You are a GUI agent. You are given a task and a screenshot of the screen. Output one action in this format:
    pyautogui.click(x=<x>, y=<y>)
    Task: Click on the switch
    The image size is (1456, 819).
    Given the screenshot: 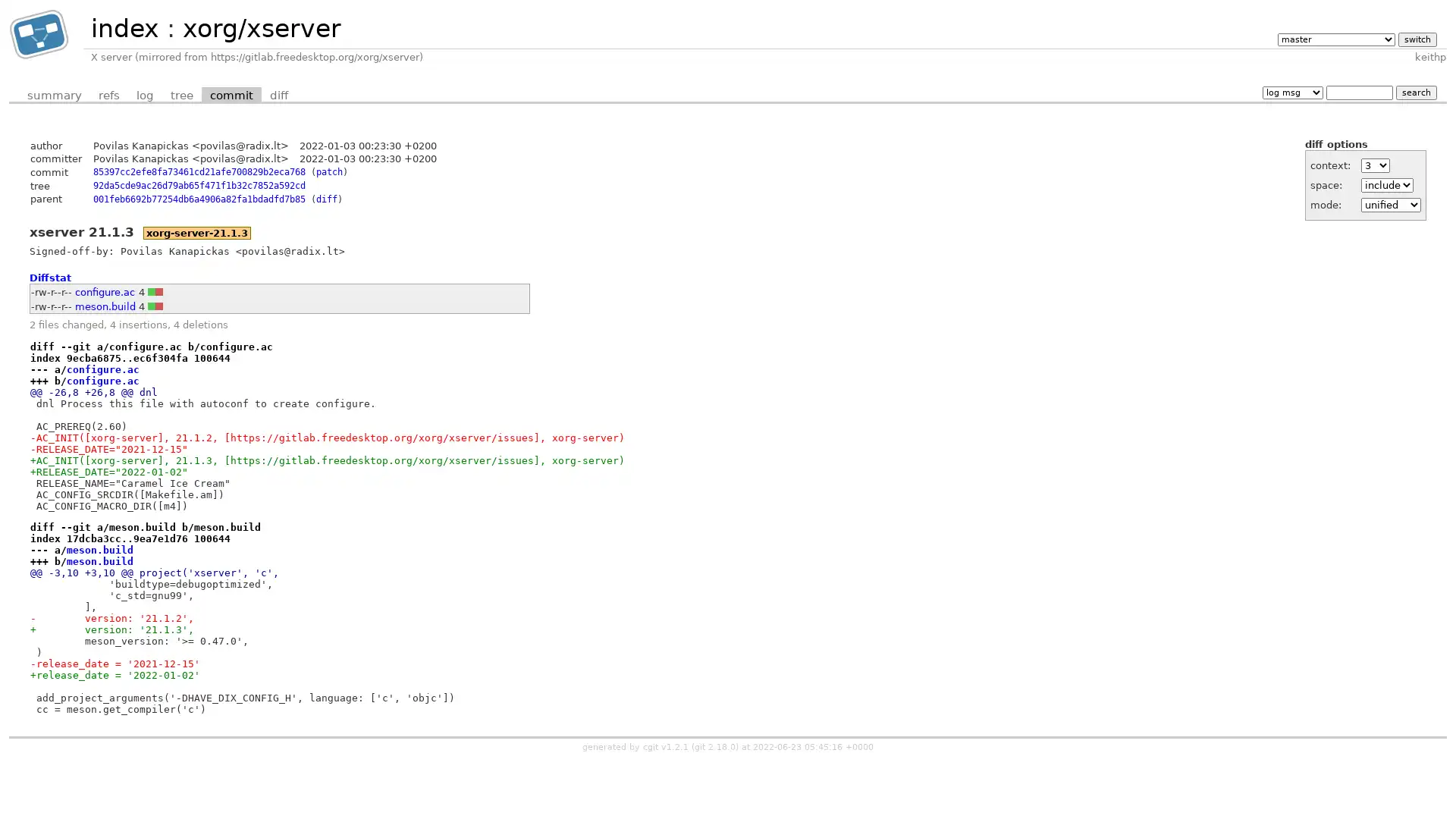 What is the action you would take?
    pyautogui.click(x=1416, y=38)
    